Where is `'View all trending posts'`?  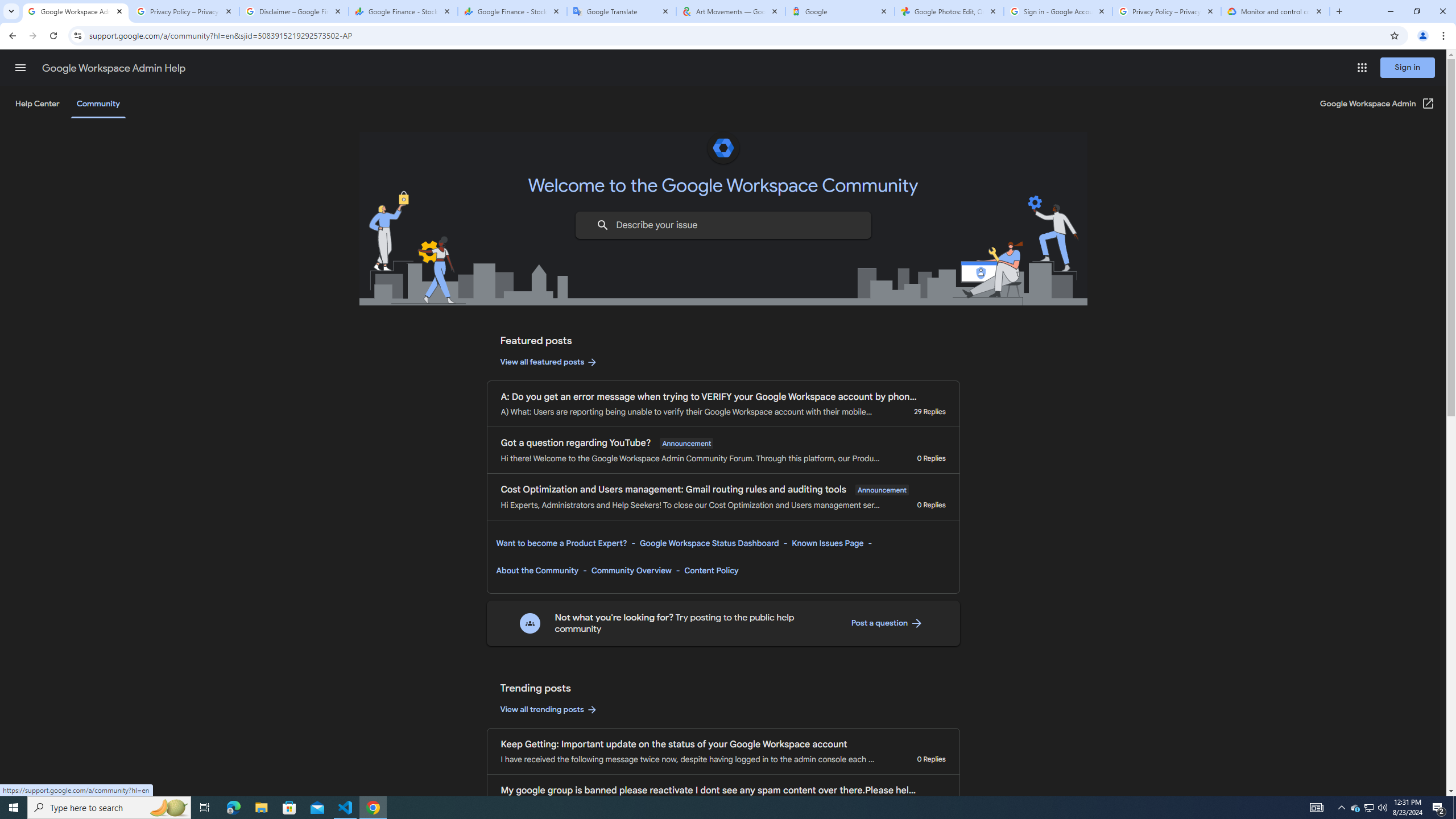 'View all trending posts' is located at coordinates (549, 709).